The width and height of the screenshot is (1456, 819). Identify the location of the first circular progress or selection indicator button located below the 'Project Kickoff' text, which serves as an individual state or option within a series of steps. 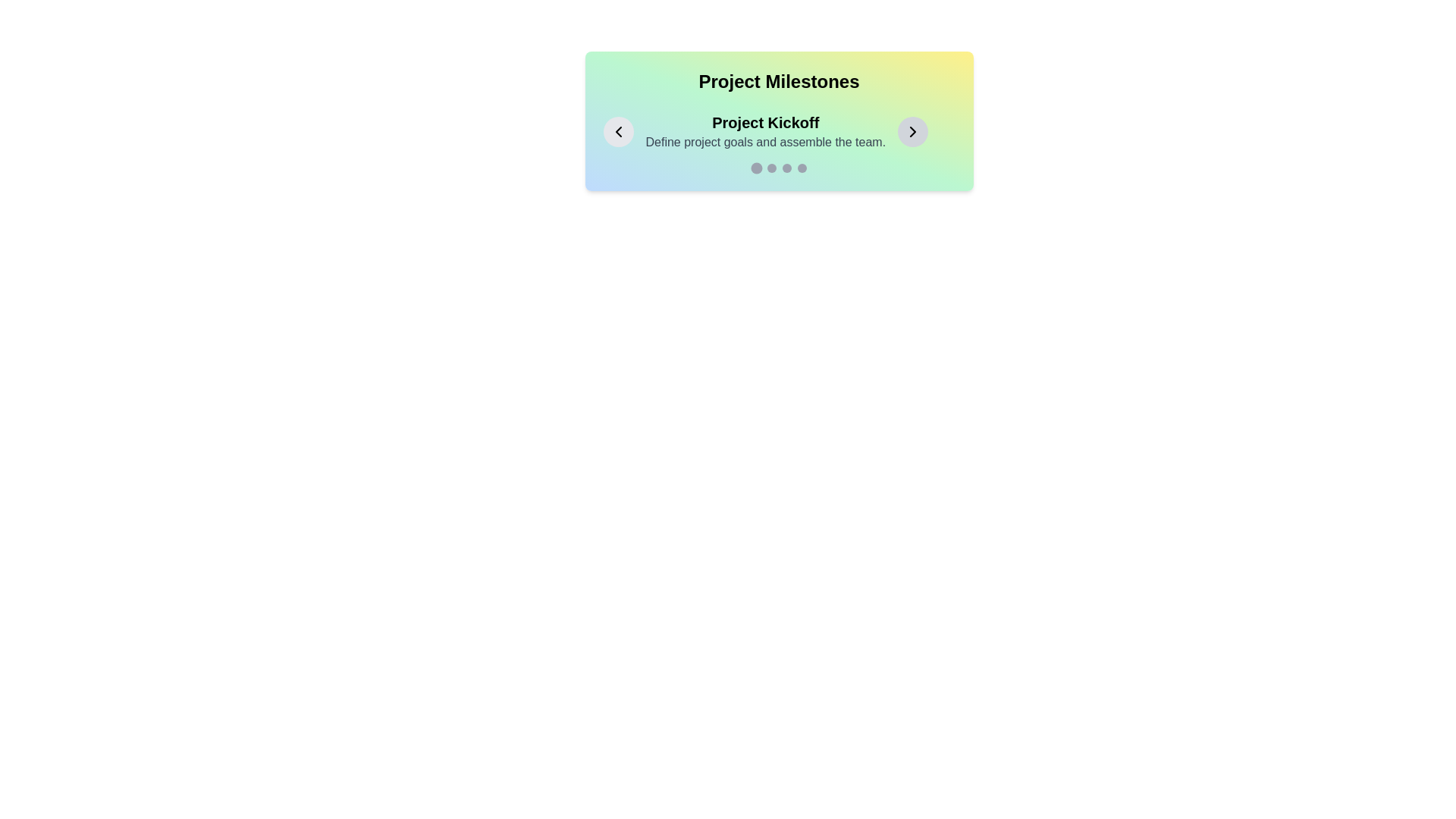
(756, 168).